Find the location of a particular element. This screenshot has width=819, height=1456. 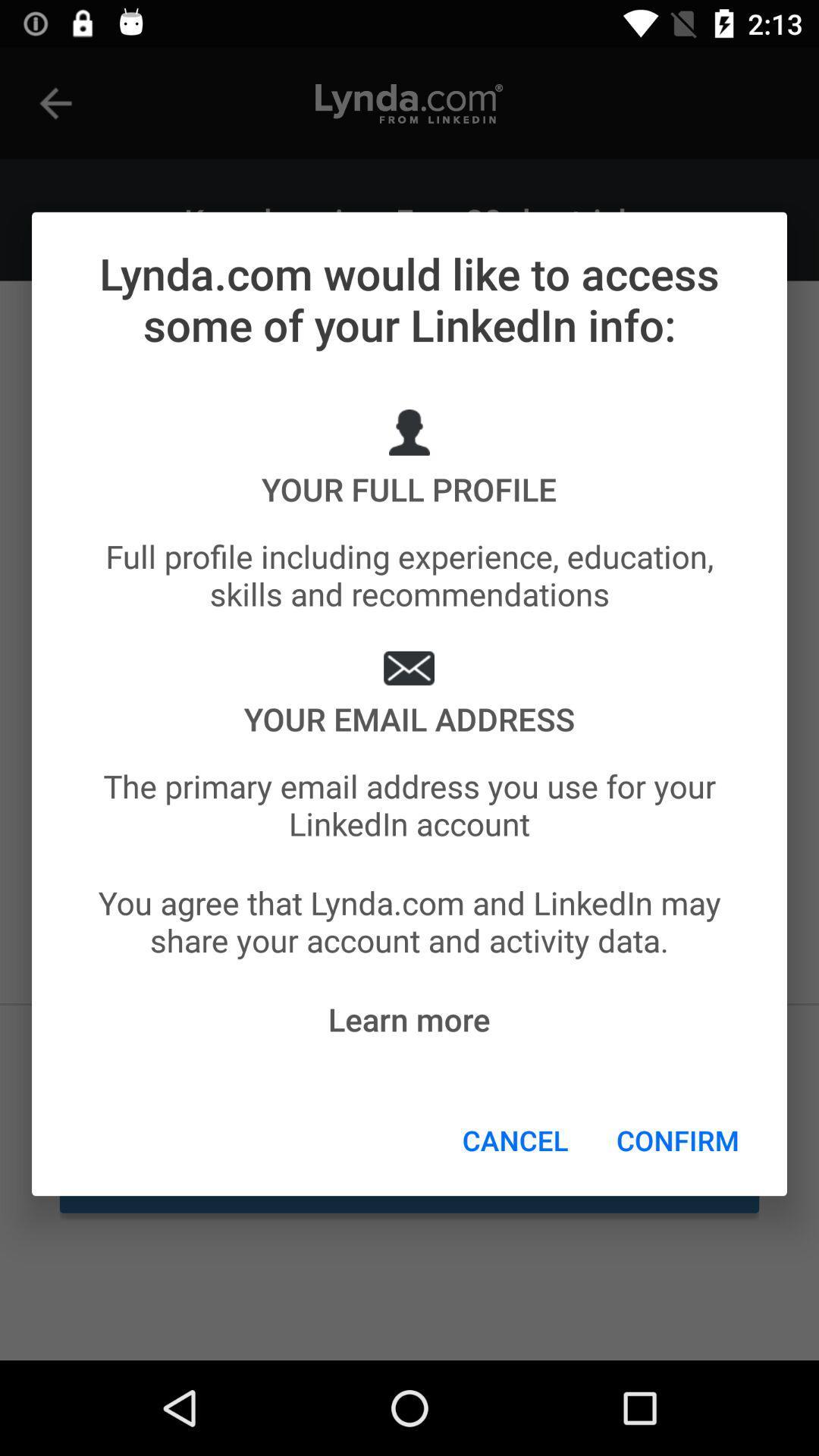

cancel icon is located at coordinates (514, 1140).